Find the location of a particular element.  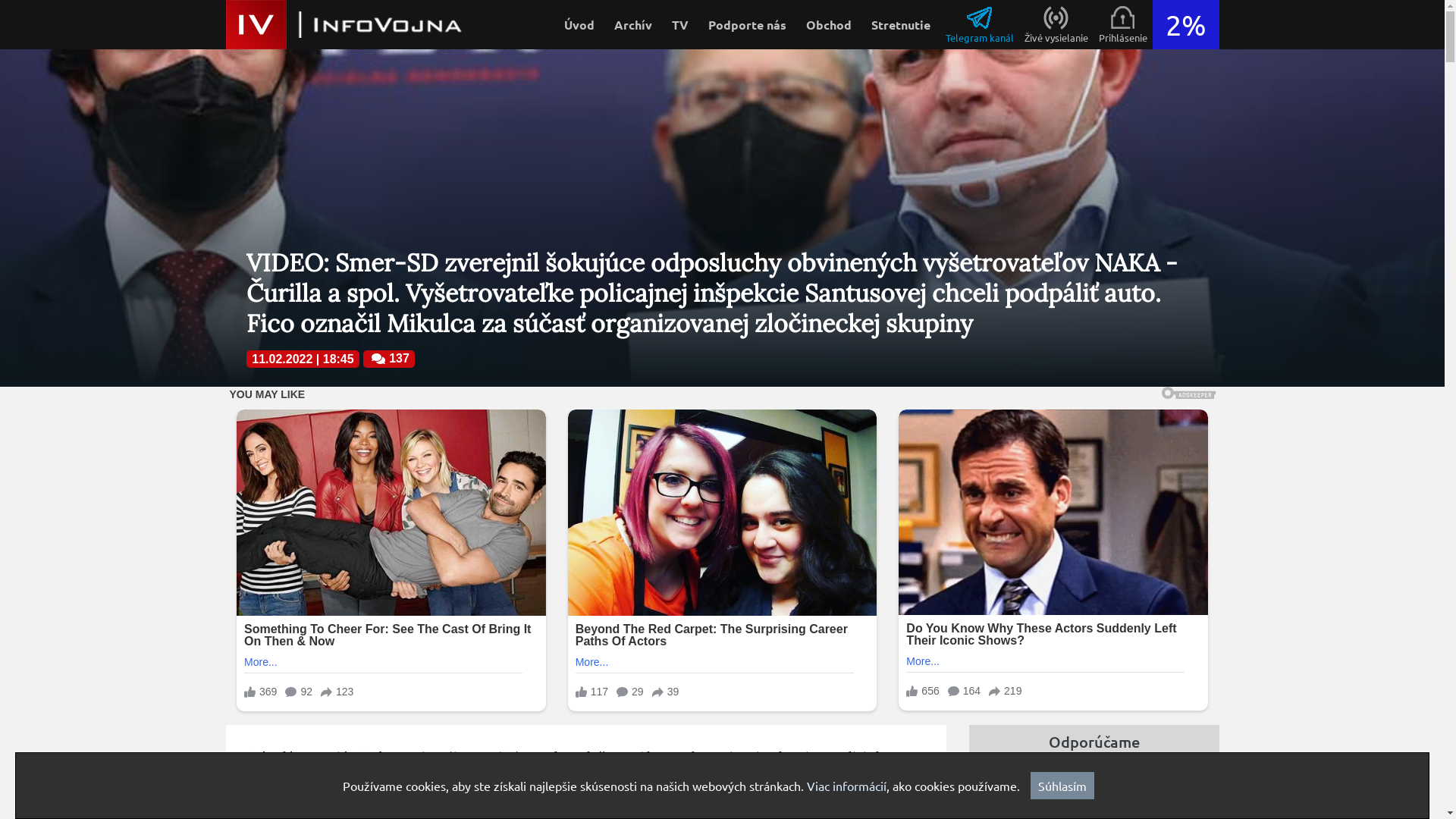

'2%' is located at coordinates (1185, 24).